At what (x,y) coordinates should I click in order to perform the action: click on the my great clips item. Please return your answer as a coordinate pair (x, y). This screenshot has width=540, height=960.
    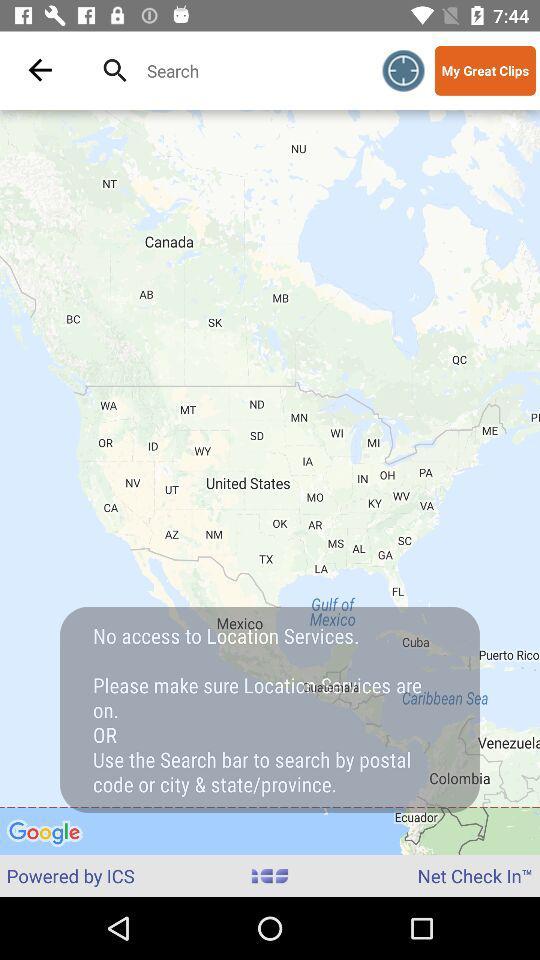
    Looking at the image, I should click on (484, 70).